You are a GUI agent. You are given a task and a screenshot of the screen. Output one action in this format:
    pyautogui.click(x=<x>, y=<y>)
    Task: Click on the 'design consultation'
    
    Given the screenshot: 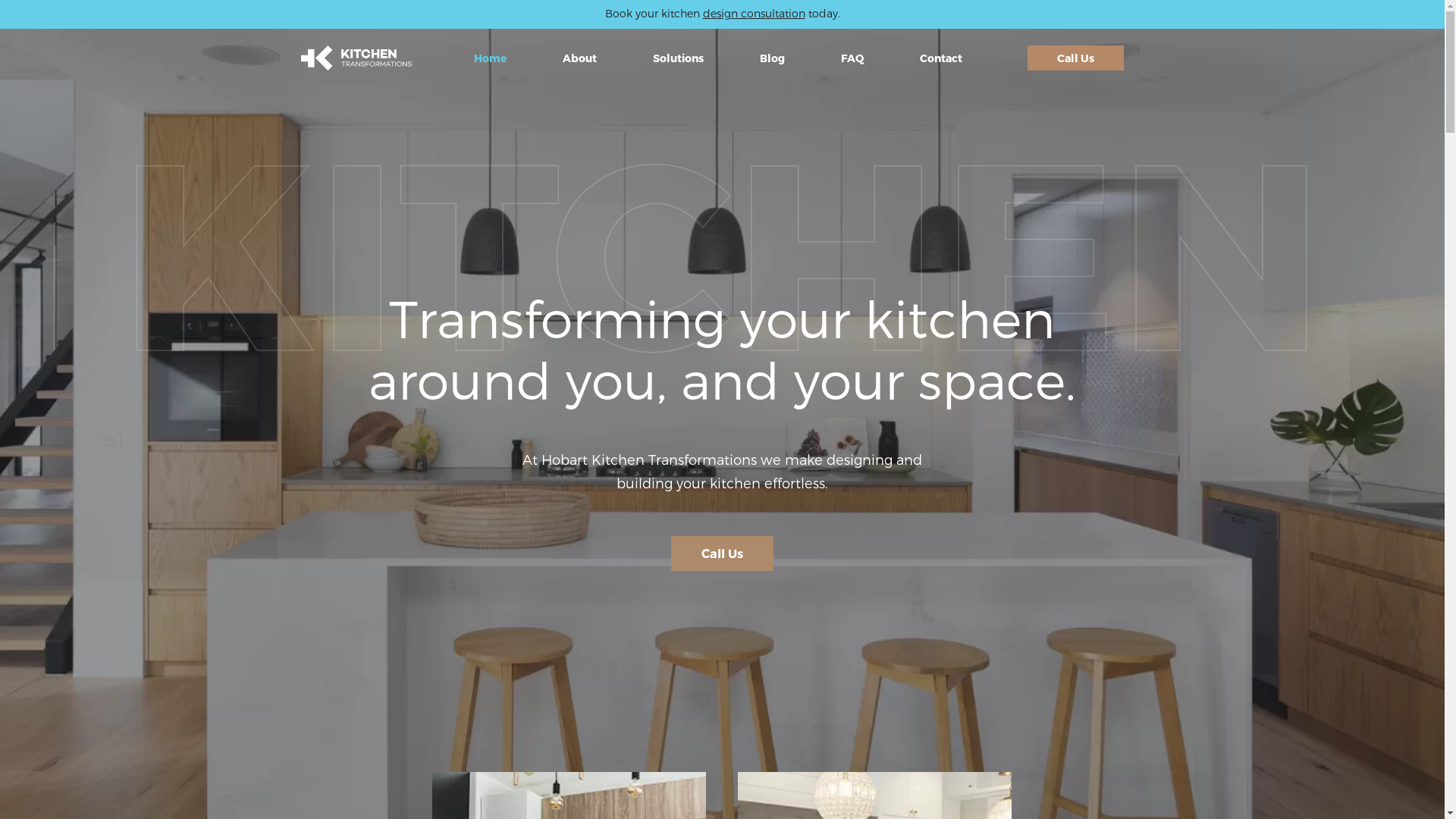 What is the action you would take?
    pyautogui.click(x=753, y=13)
    